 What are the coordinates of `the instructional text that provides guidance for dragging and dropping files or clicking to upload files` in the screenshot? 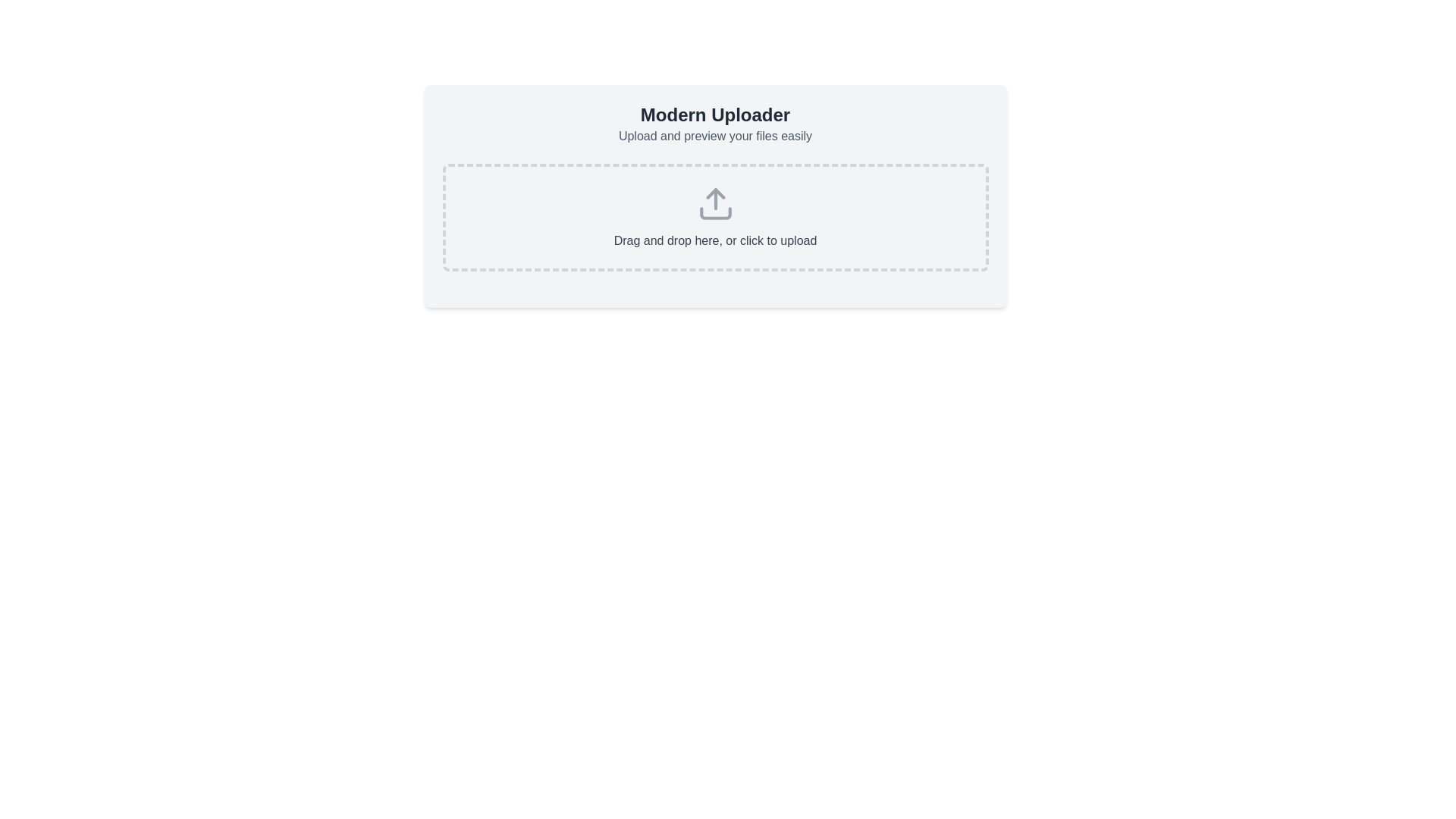 It's located at (714, 240).